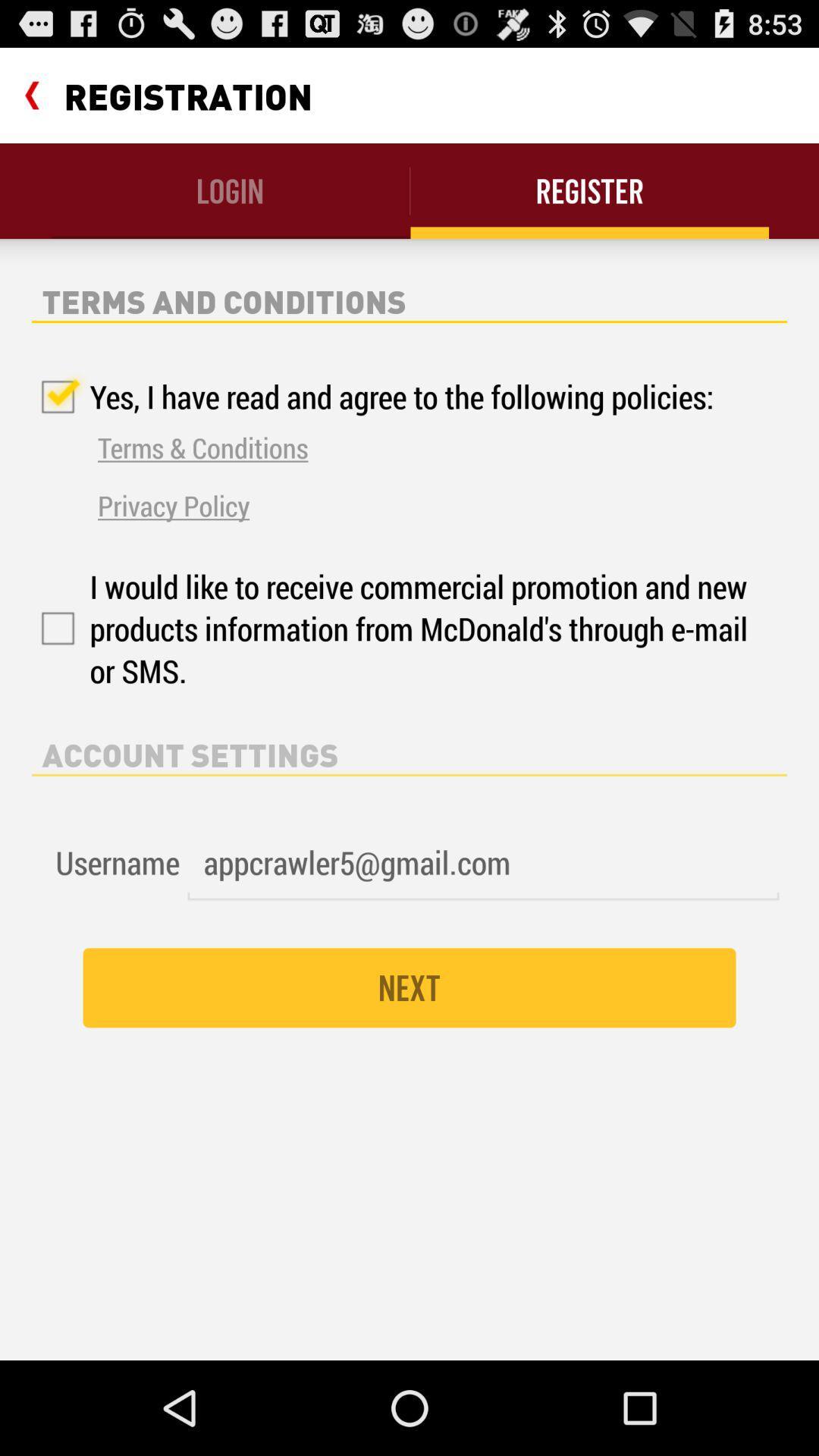  What do you see at coordinates (483, 863) in the screenshot?
I see `icon next to the username icon` at bounding box center [483, 863].